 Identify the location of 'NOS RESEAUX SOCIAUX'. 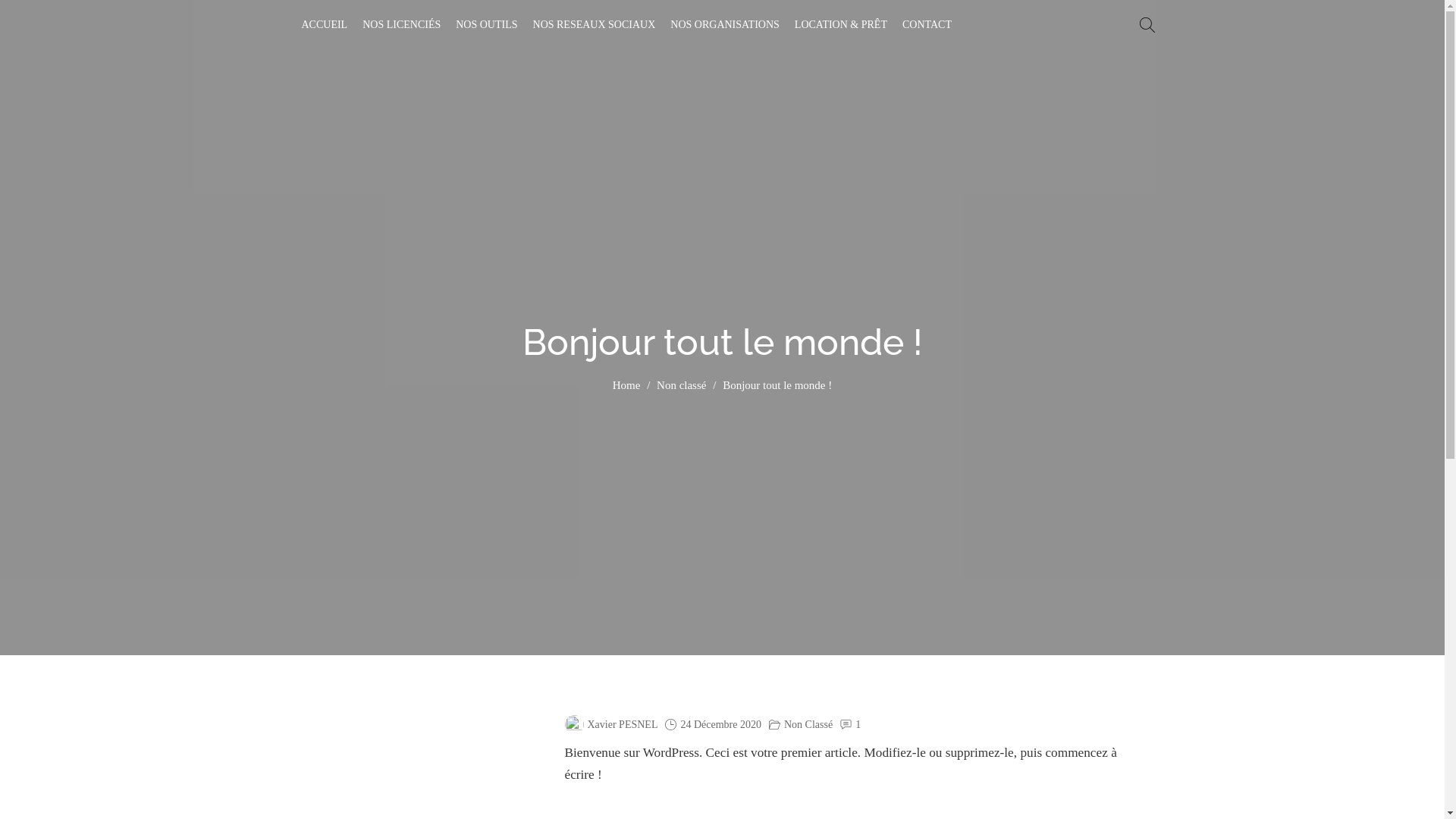
(593, 25).